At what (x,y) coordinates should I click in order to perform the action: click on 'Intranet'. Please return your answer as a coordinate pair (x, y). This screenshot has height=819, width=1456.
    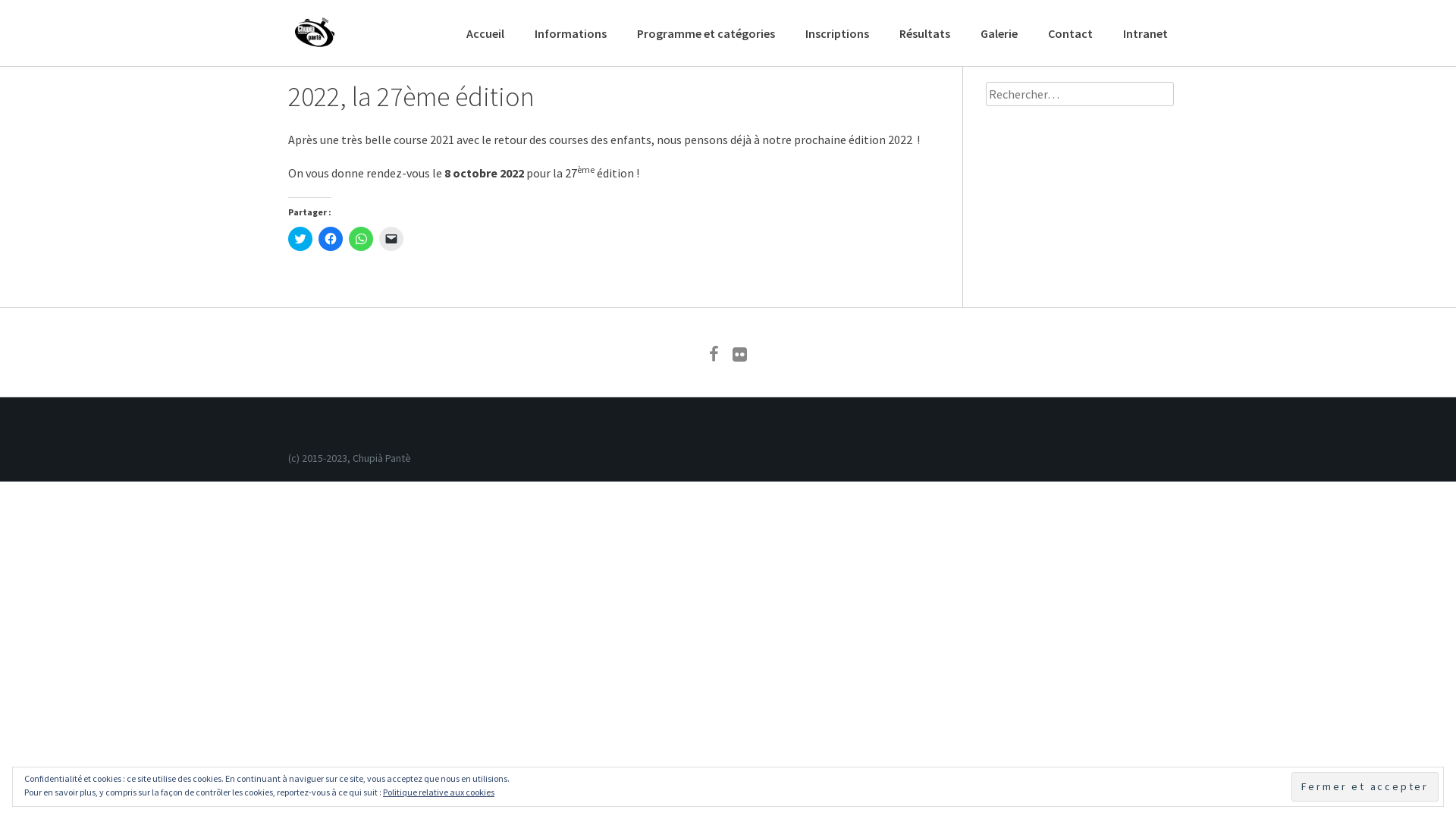
    Looking at the image, I should click on (1145, 33).